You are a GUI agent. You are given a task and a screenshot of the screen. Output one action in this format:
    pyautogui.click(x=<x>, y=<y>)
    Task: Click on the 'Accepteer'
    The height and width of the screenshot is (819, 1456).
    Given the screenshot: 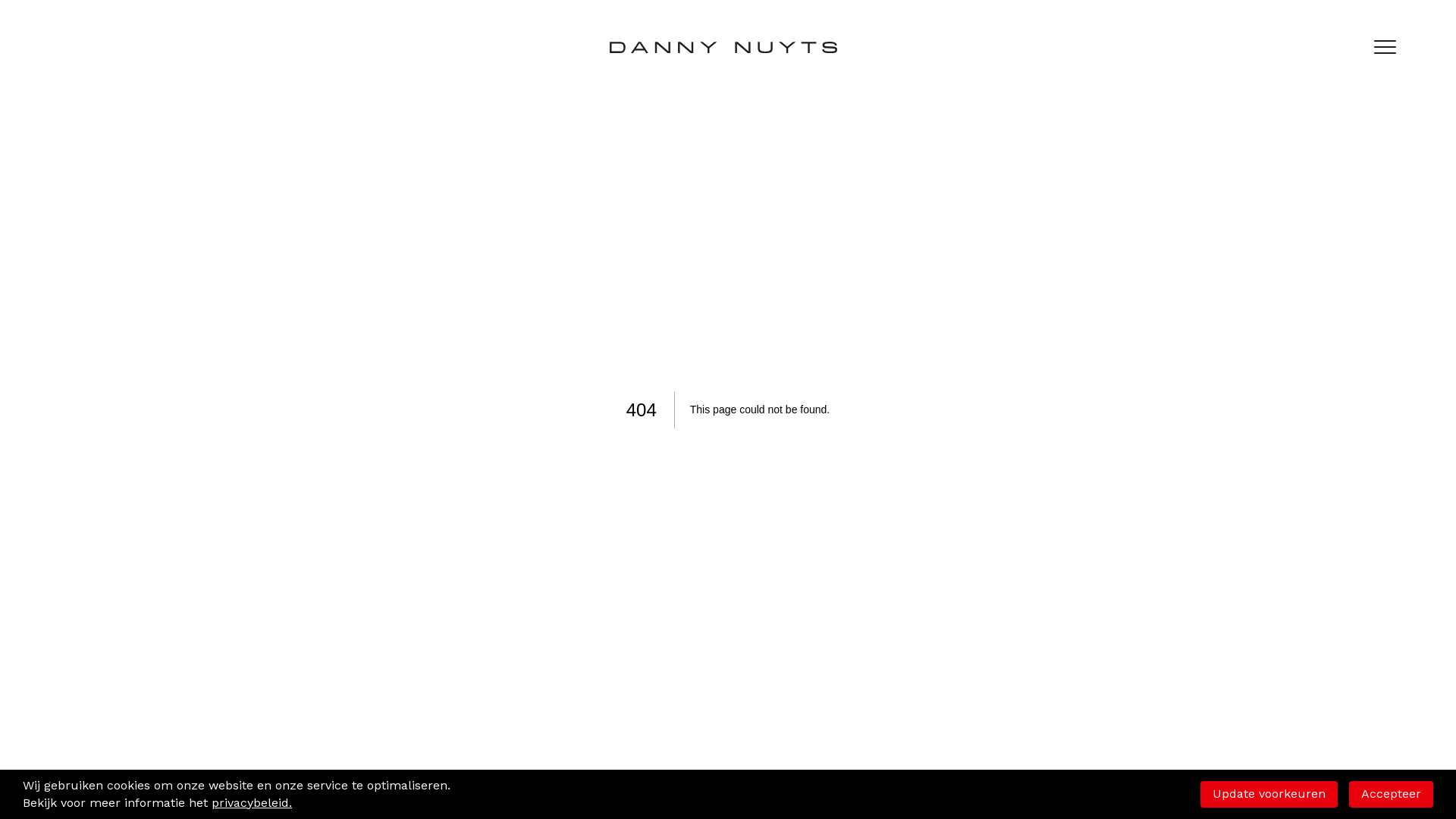 What is the action you would take?
    pyautogui.click(x=1349, y=792)
    